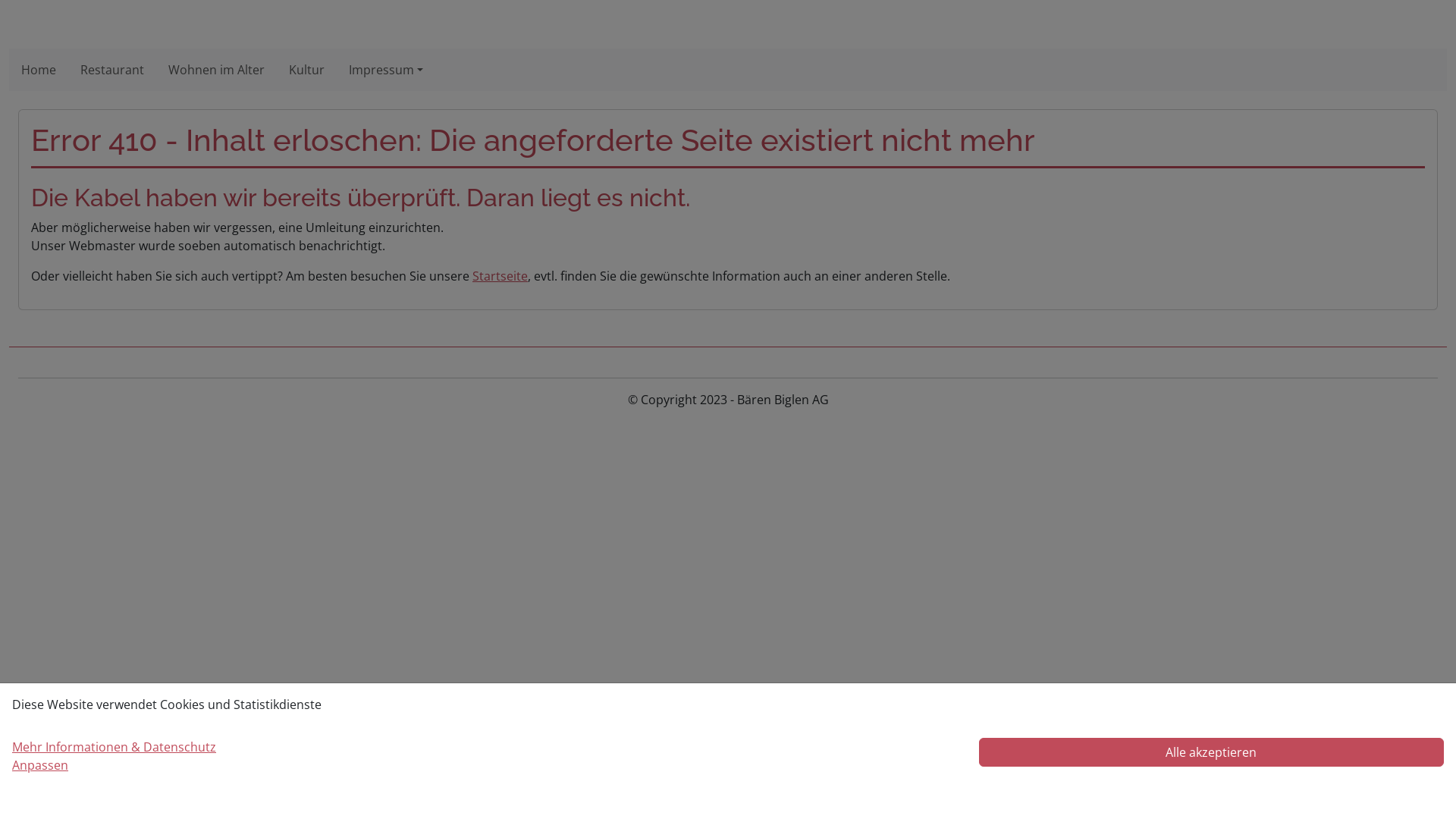  Describe the element at coordinates (39, 70) in the screenshot. I see `'Home'` at that location.